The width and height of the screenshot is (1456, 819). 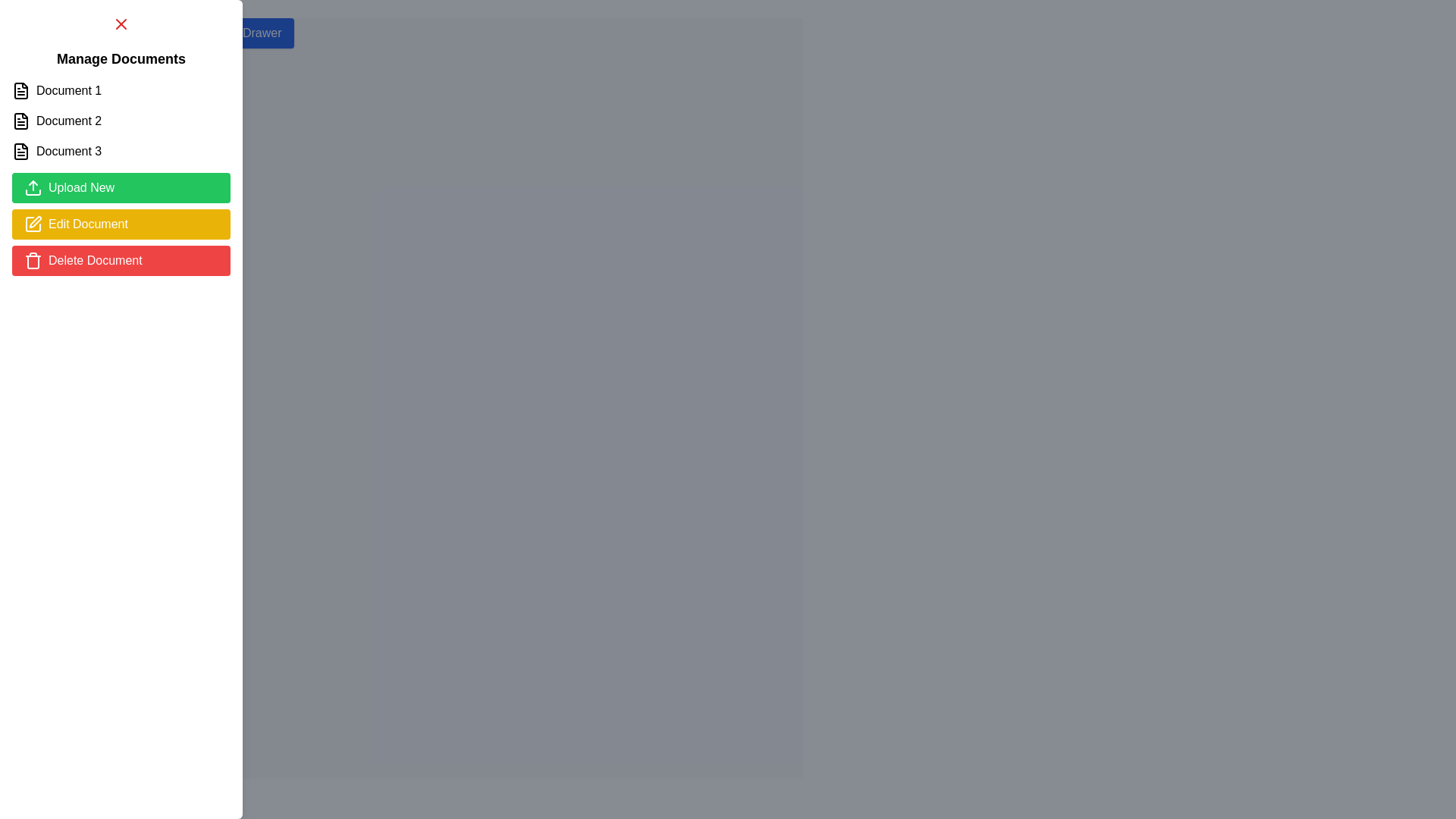 I want to click on the second sub-component of the editing toolbar, which features a pen icon over a square, located in the left-hand panel of the menu, so click(x=36, y=222).